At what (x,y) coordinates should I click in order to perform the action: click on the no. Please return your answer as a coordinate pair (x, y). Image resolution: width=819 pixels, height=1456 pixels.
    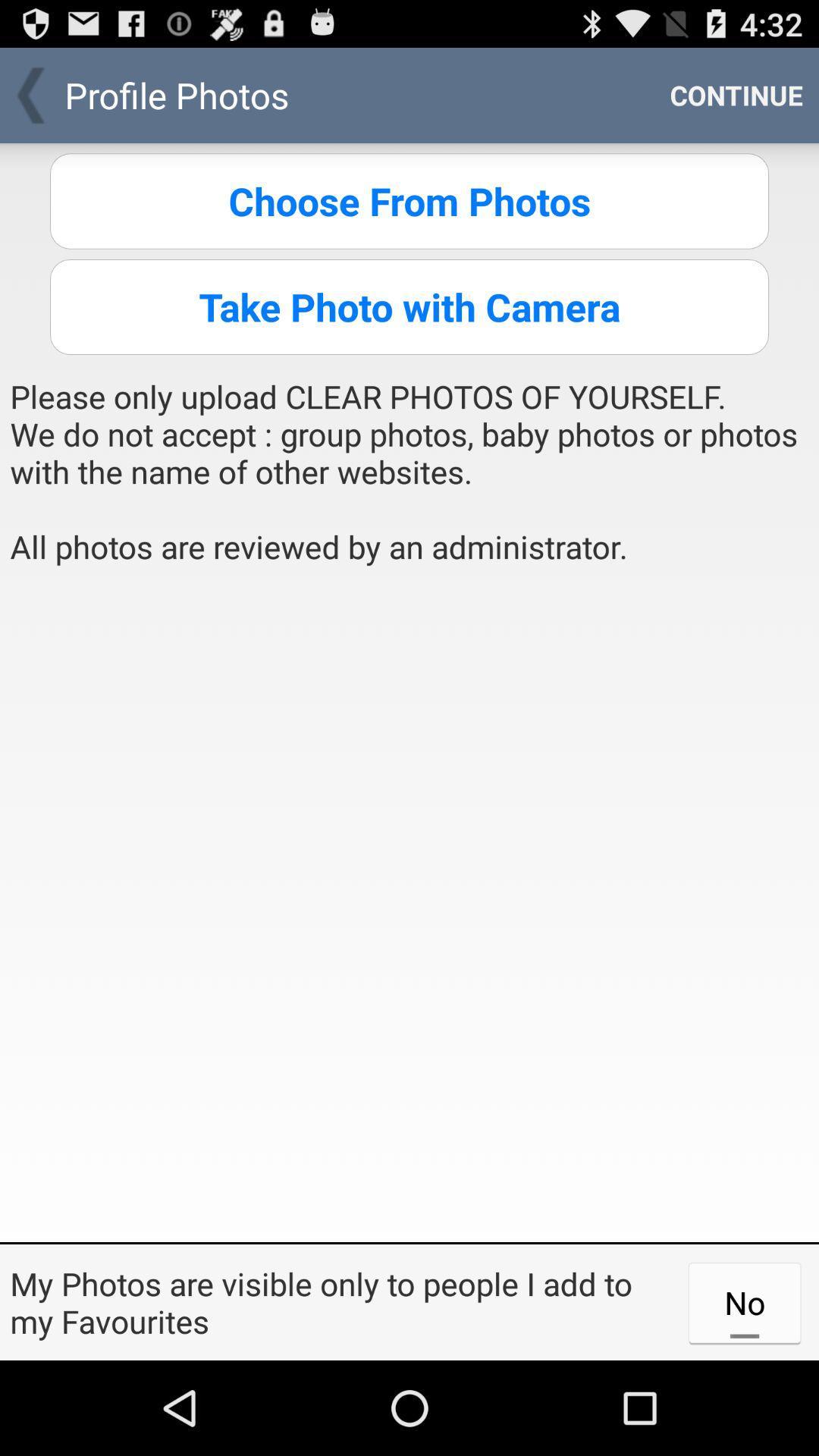
    Looking at the image, I should click on (744, 1301).